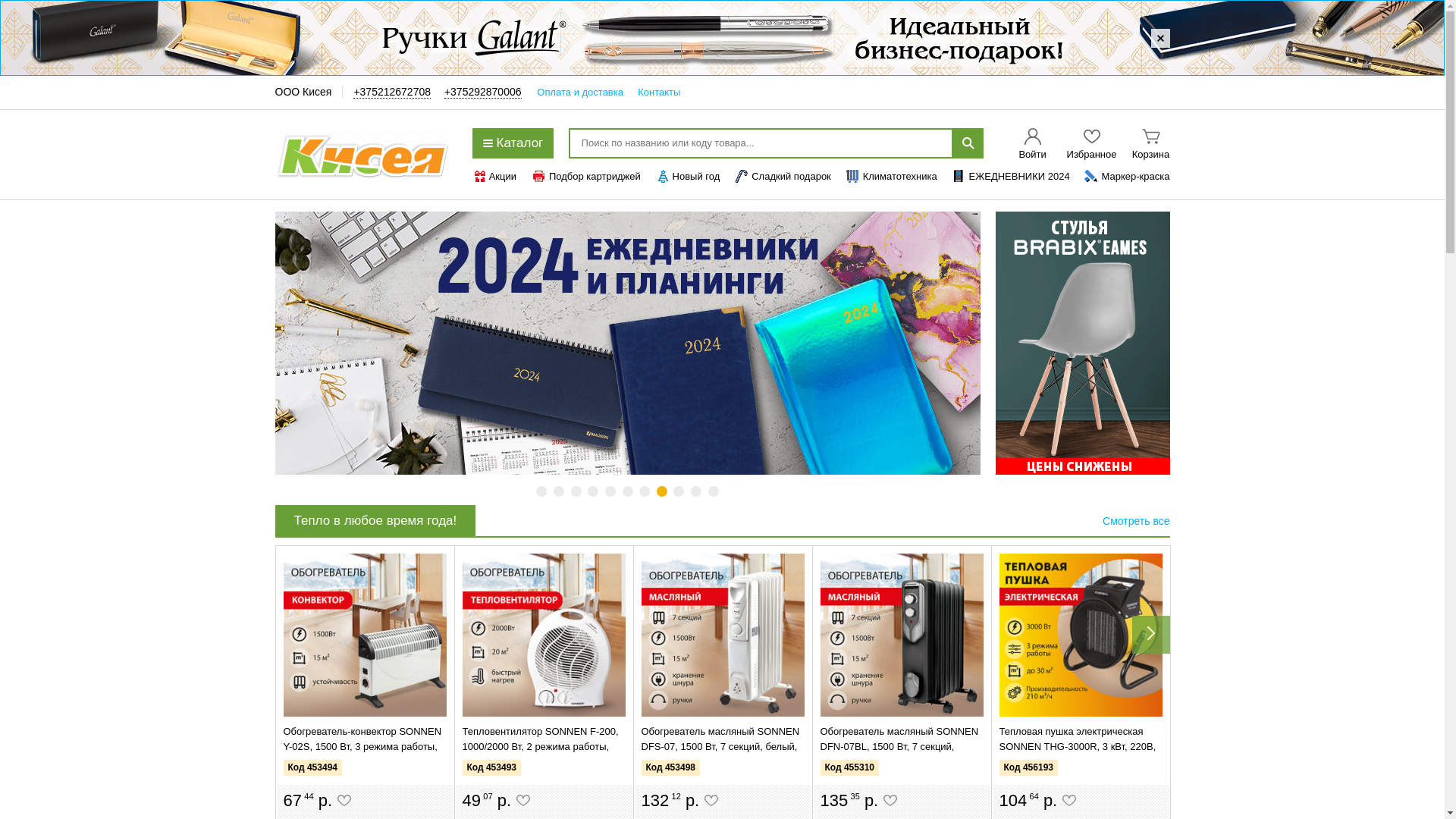 This screenshot has height=819, width=1456. Describe the element at coordinates (443, 92) in the screenshot. I see `'+375292870006'` at that location.